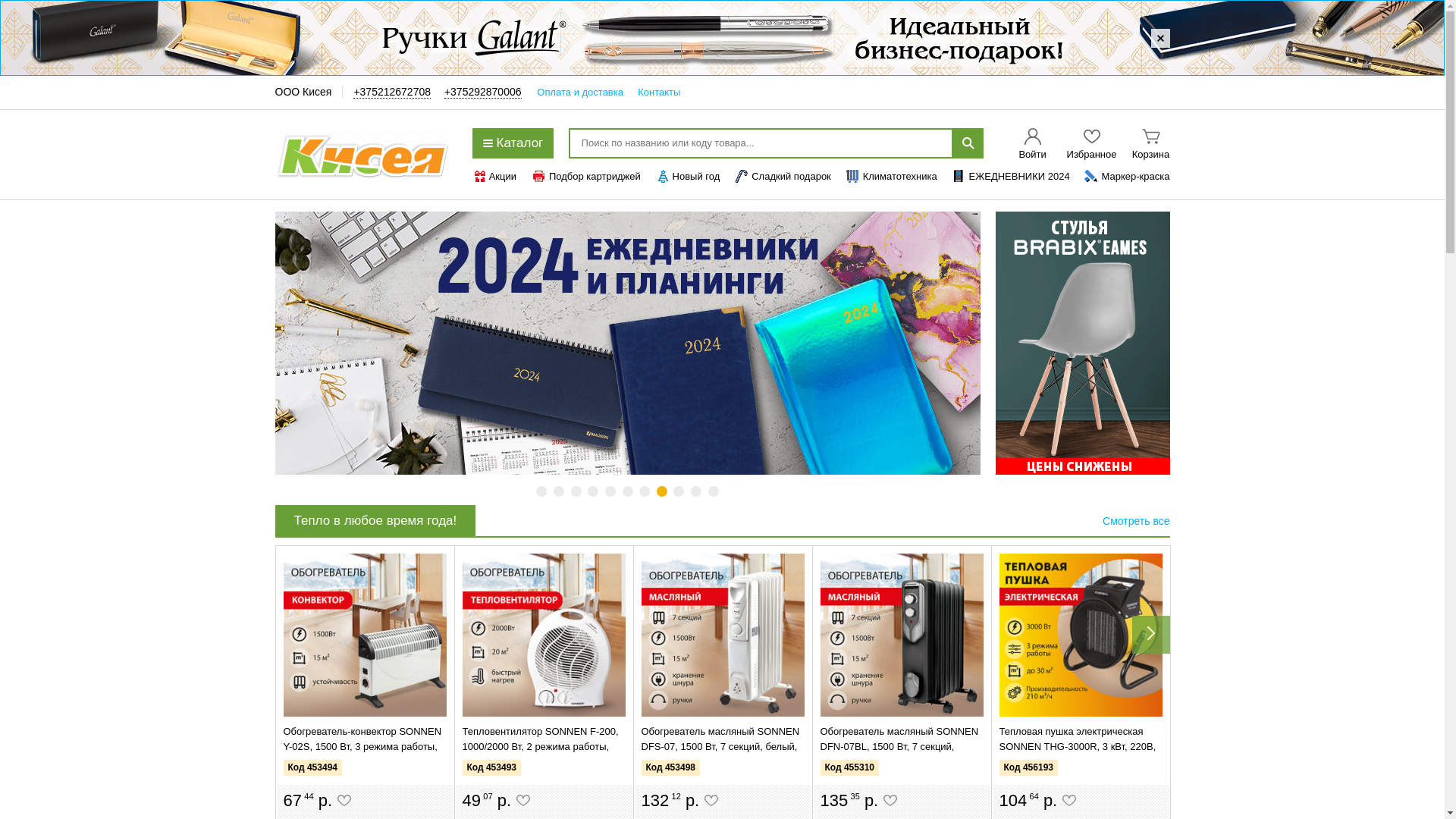 This screenshot has height=819, width=1456. Describe the element at coordinates (443, 92) in the screenshot. I see `'+375292870006'` at that location.